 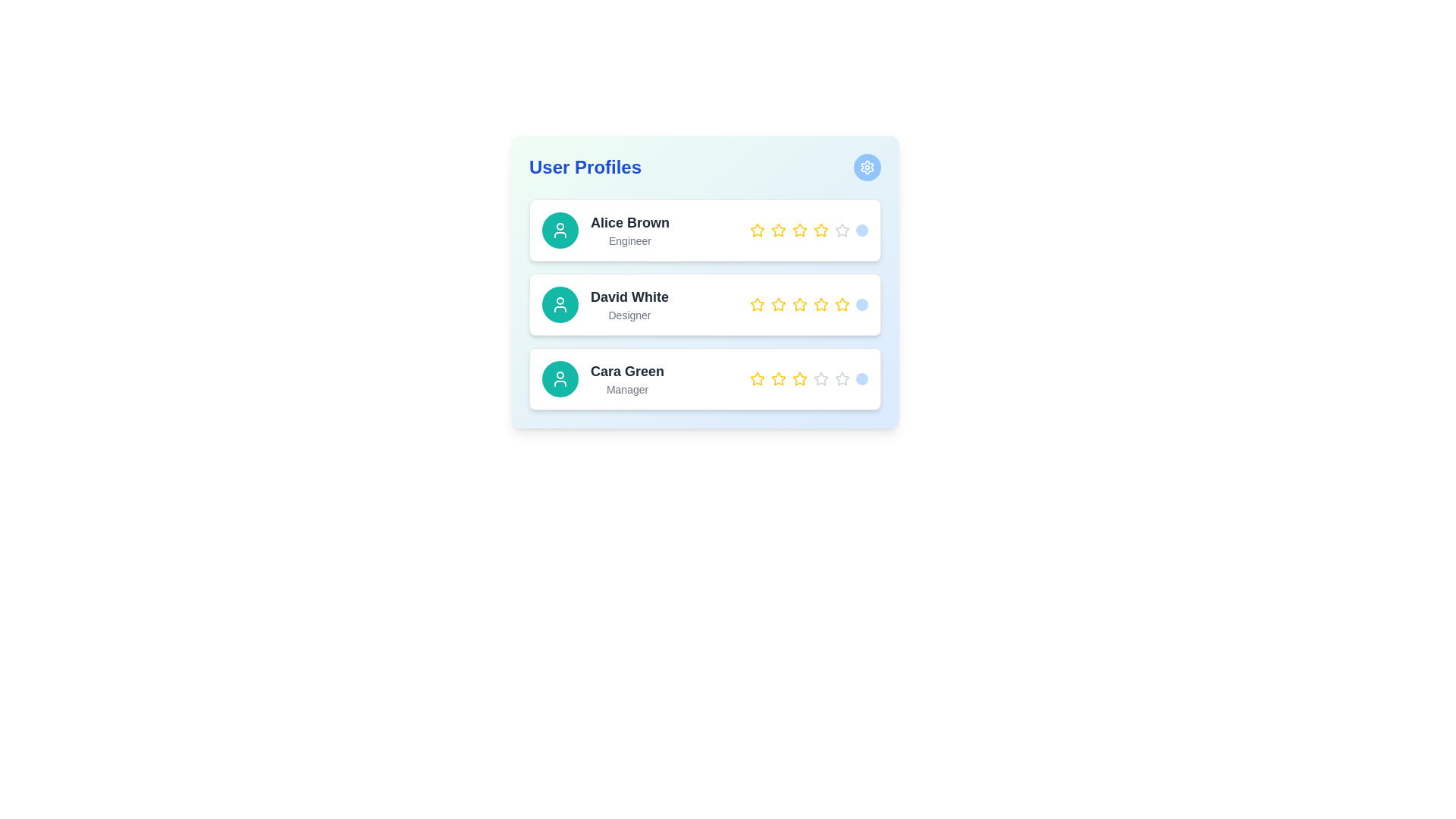 I want to click on the second star-shaped rating icon, which is yellow with a thin border, in a horizontal sequence of five stars used for evaluations, so click(x=779, y=304).